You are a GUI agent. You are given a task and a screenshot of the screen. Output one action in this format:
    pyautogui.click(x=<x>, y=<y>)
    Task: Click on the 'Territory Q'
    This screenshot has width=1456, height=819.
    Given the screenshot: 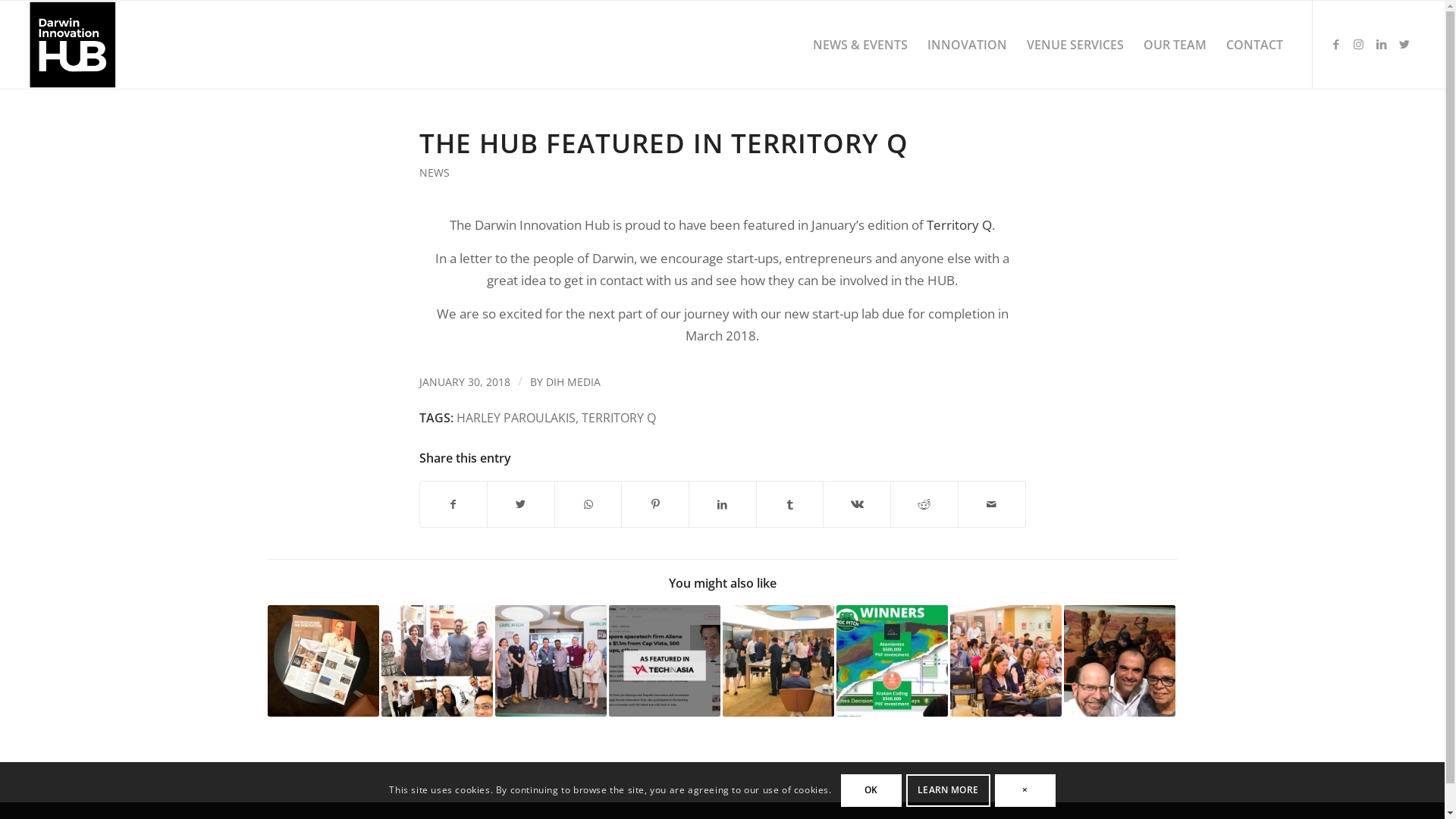 What is the action you would take?
    pyautogui.click(x=926, y=224)
    